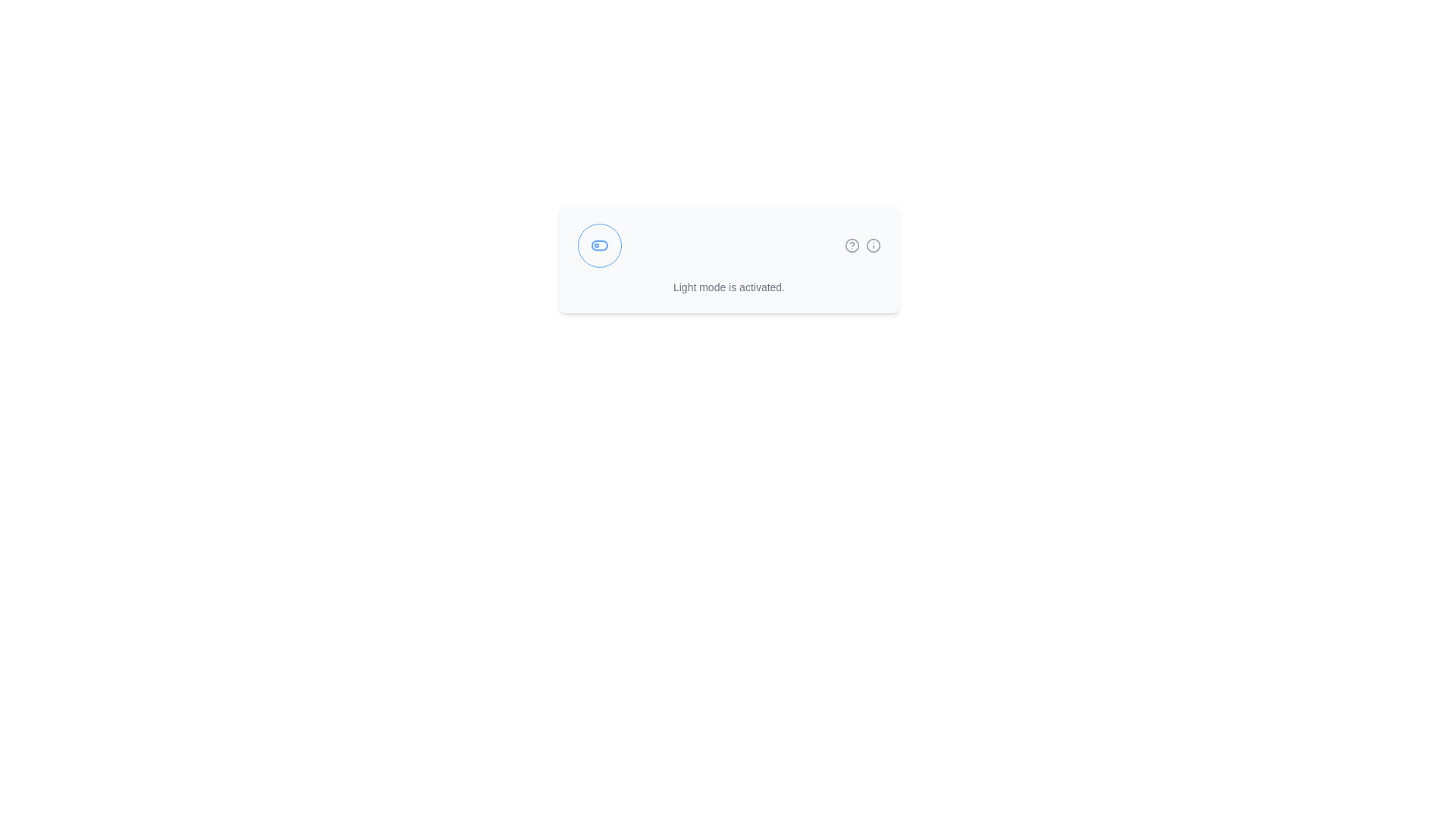 The image size is (1456, 819). What do you see at coordinates (852, 245) in the screenshot?
I see `the Help icon (a gray circular icon with a question mark) located to the left of the 'i' icon, adjacent to the text 'Light mode is activated.'` at bounding box center [852, 245].